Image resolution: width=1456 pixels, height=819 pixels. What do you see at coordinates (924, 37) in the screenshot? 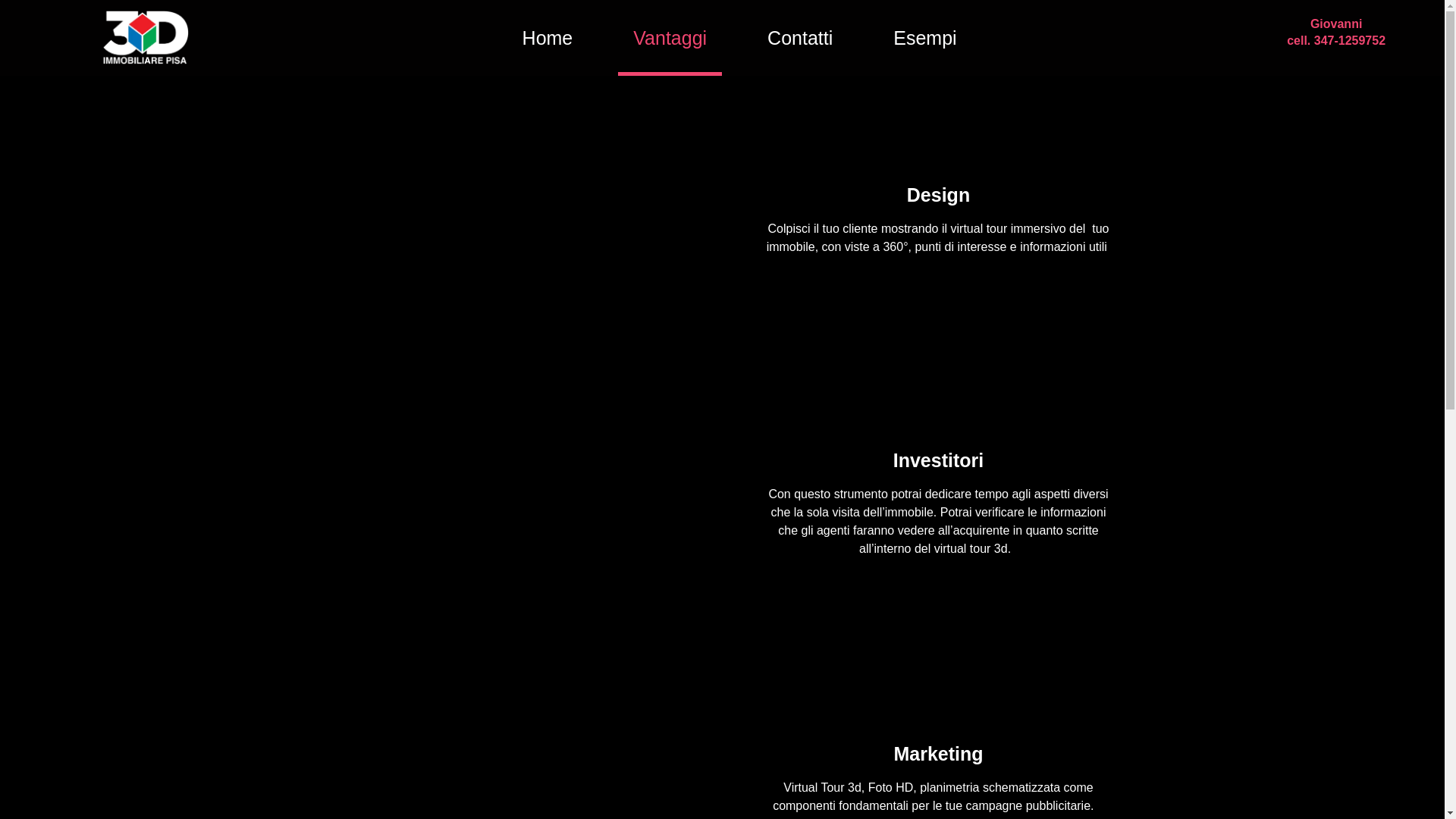
I see `'Esempi'` at bounding box center [924, 37].